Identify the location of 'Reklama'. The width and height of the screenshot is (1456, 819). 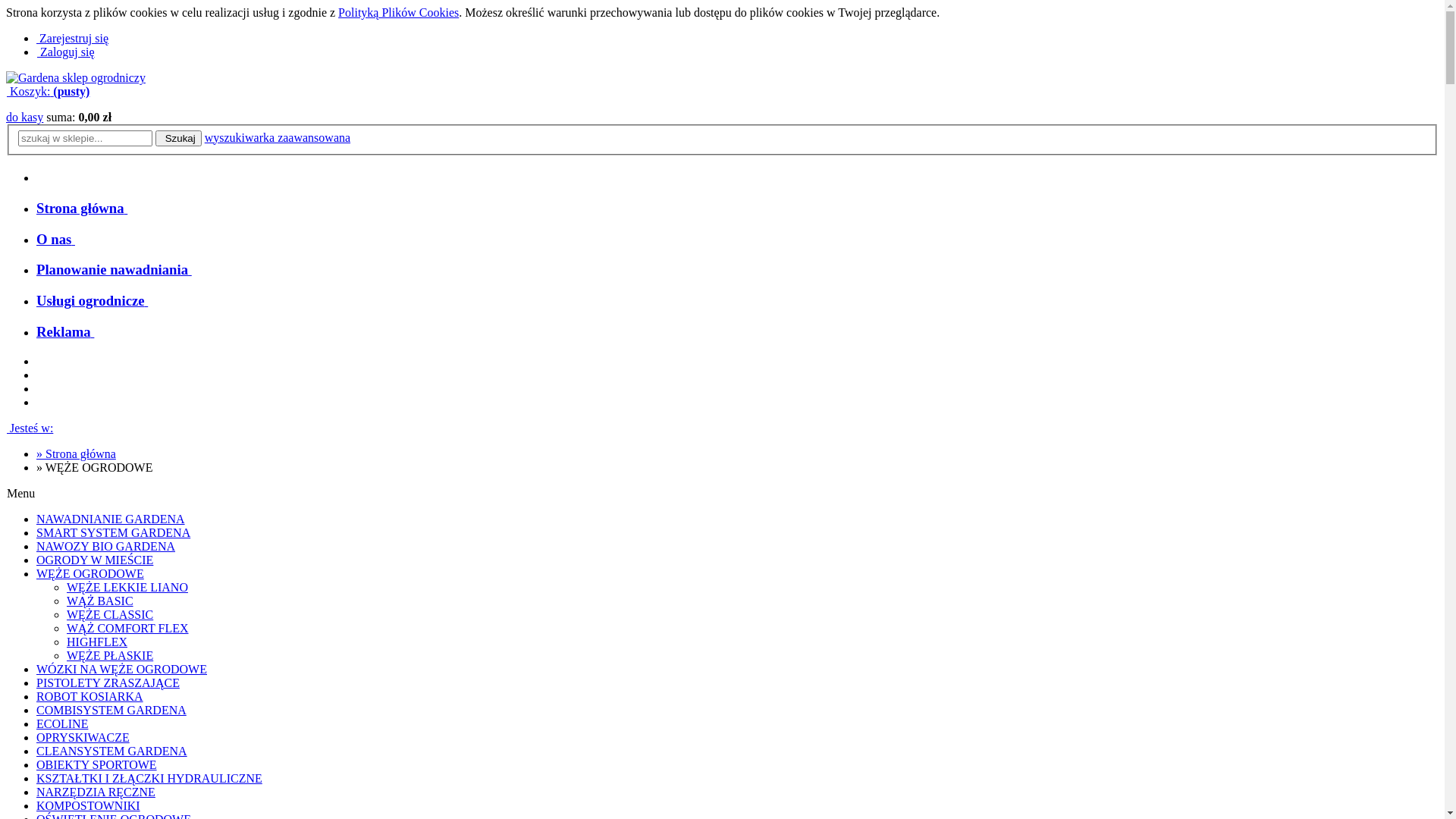
(36, 331).